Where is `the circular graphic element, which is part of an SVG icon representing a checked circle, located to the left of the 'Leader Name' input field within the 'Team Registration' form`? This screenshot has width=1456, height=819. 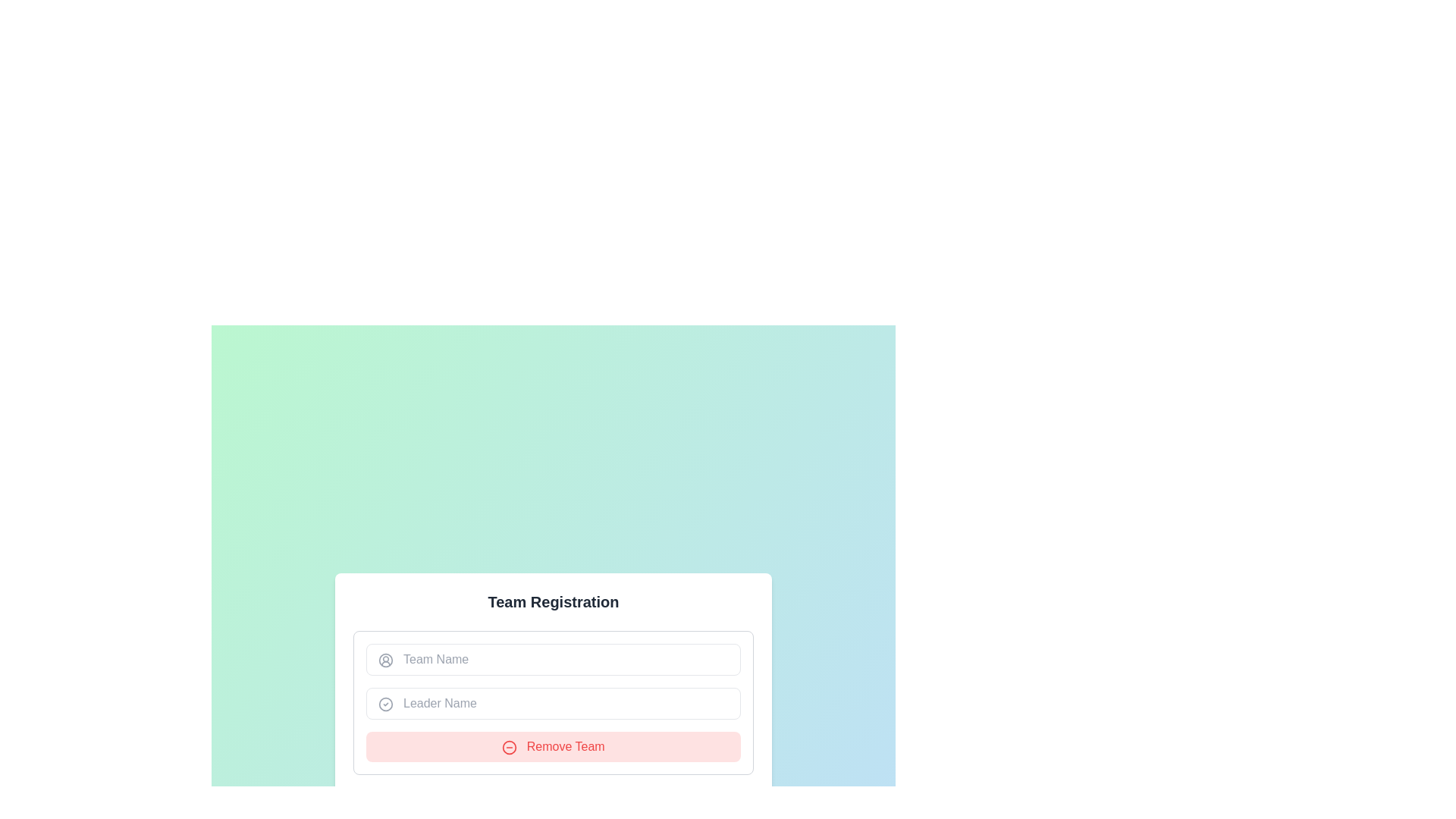 the circular graphic element, which is part of an SVG icon representing a checked circle, located to the left of the 'Leader Name' input field within the 'Team Registration' form is located at coordinates (385, 704).